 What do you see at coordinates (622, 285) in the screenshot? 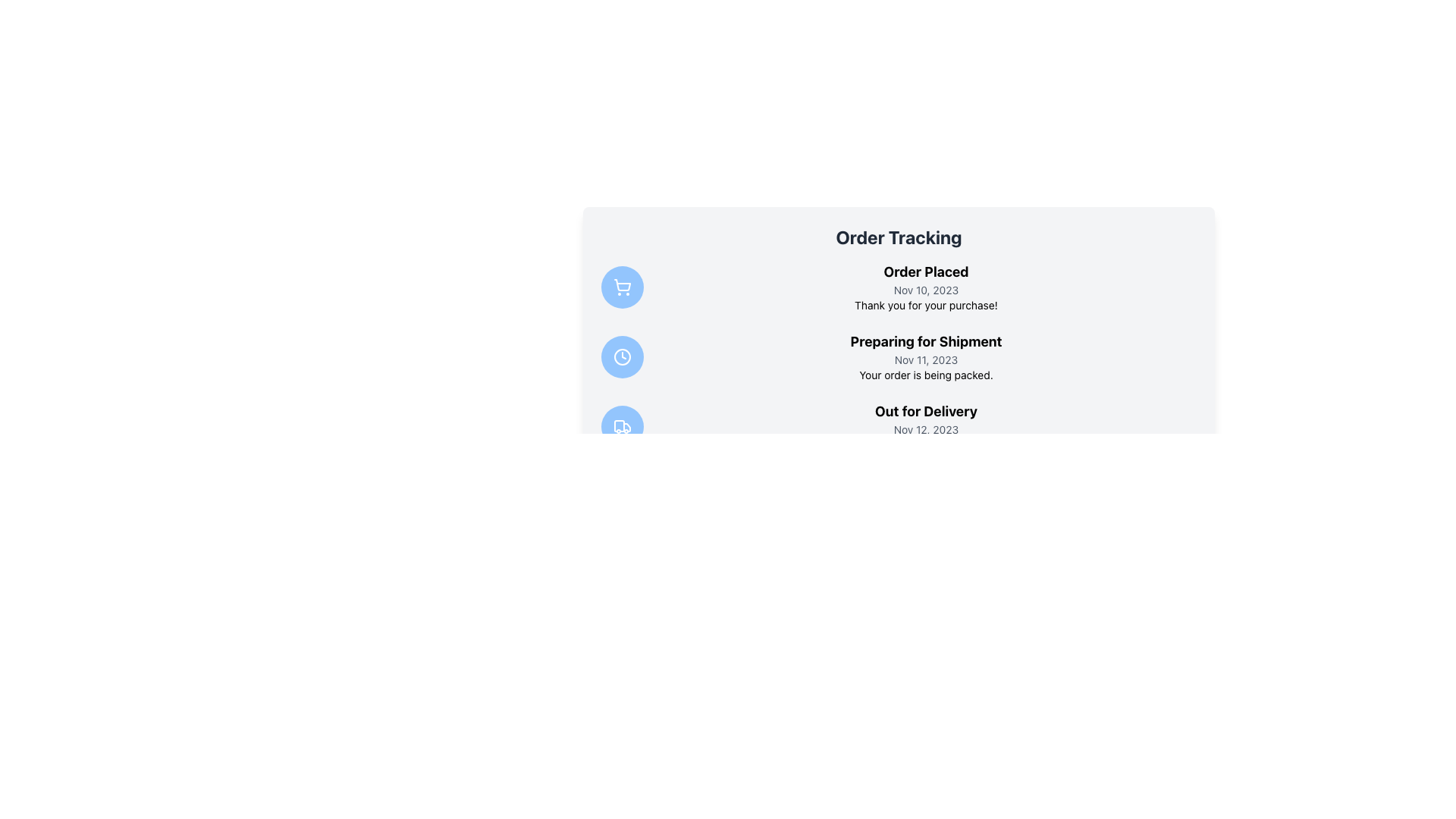
I see `the stylized shopping cart icon located at the top of the vertical list of icons on the left side of the interface, which is depicted in line art against a blue circular background` at bounding box center [622, 285].